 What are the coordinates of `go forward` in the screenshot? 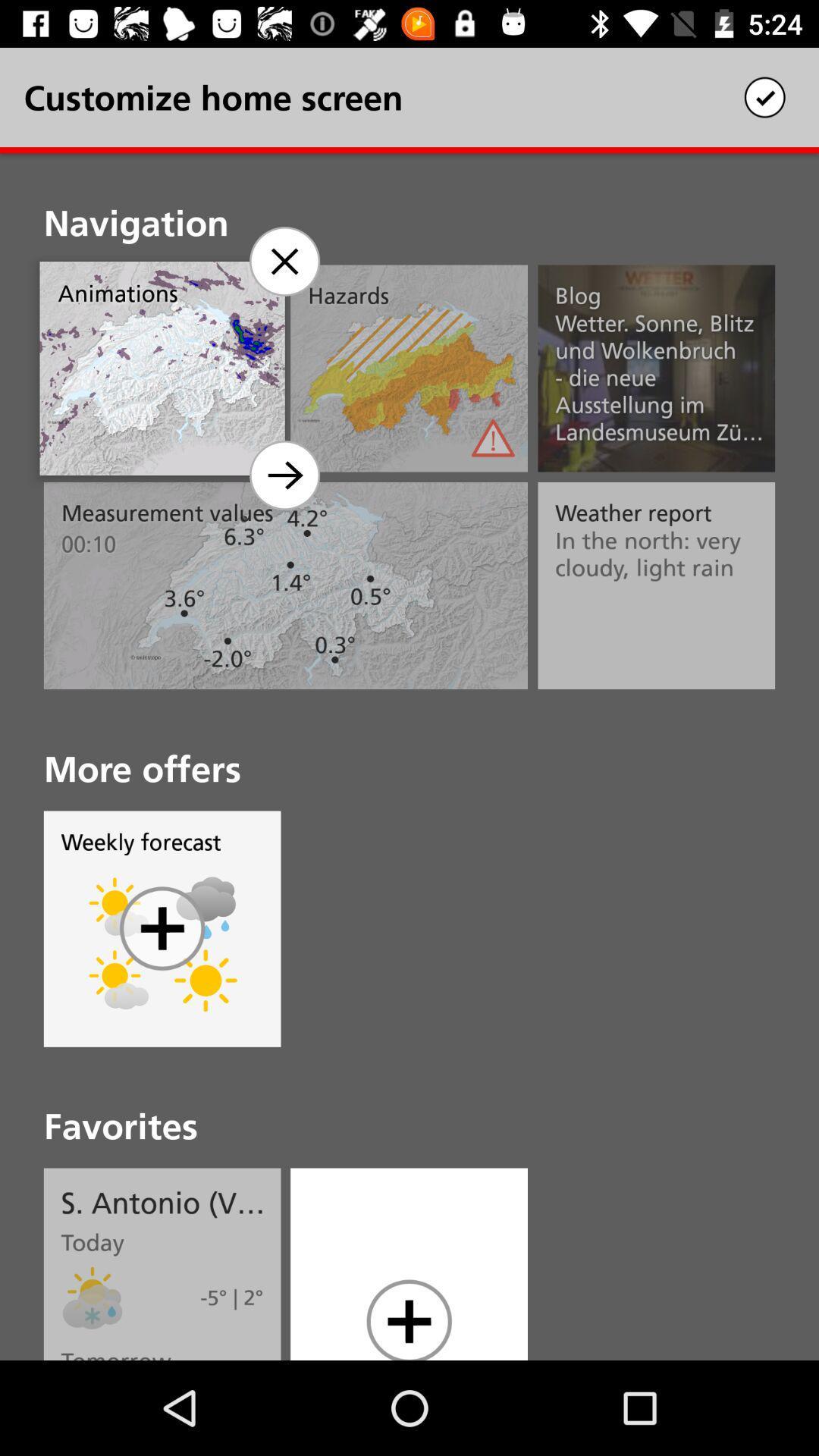 It's located at (284, 475).